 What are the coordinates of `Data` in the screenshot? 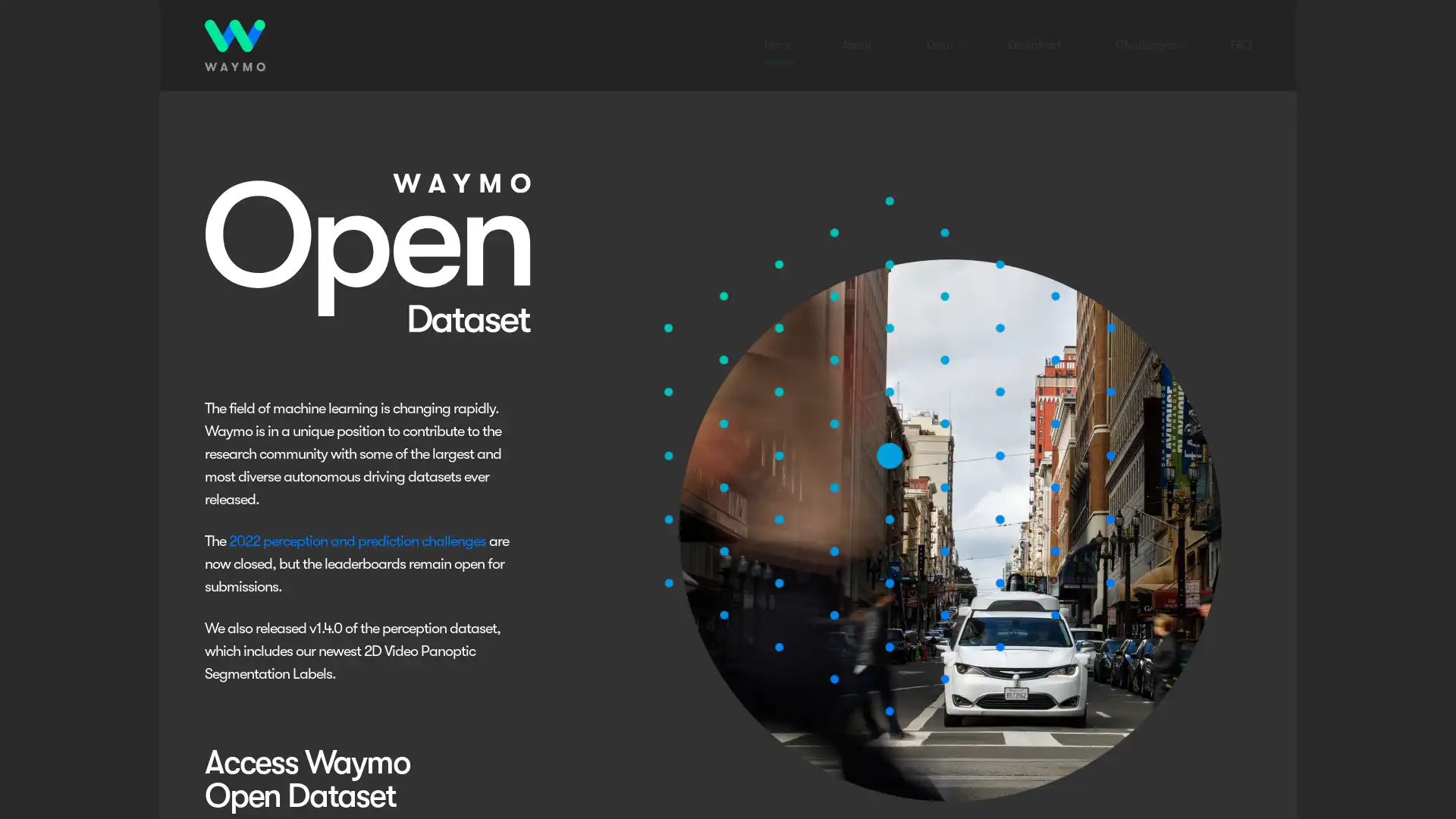 It's located at (938, 45).